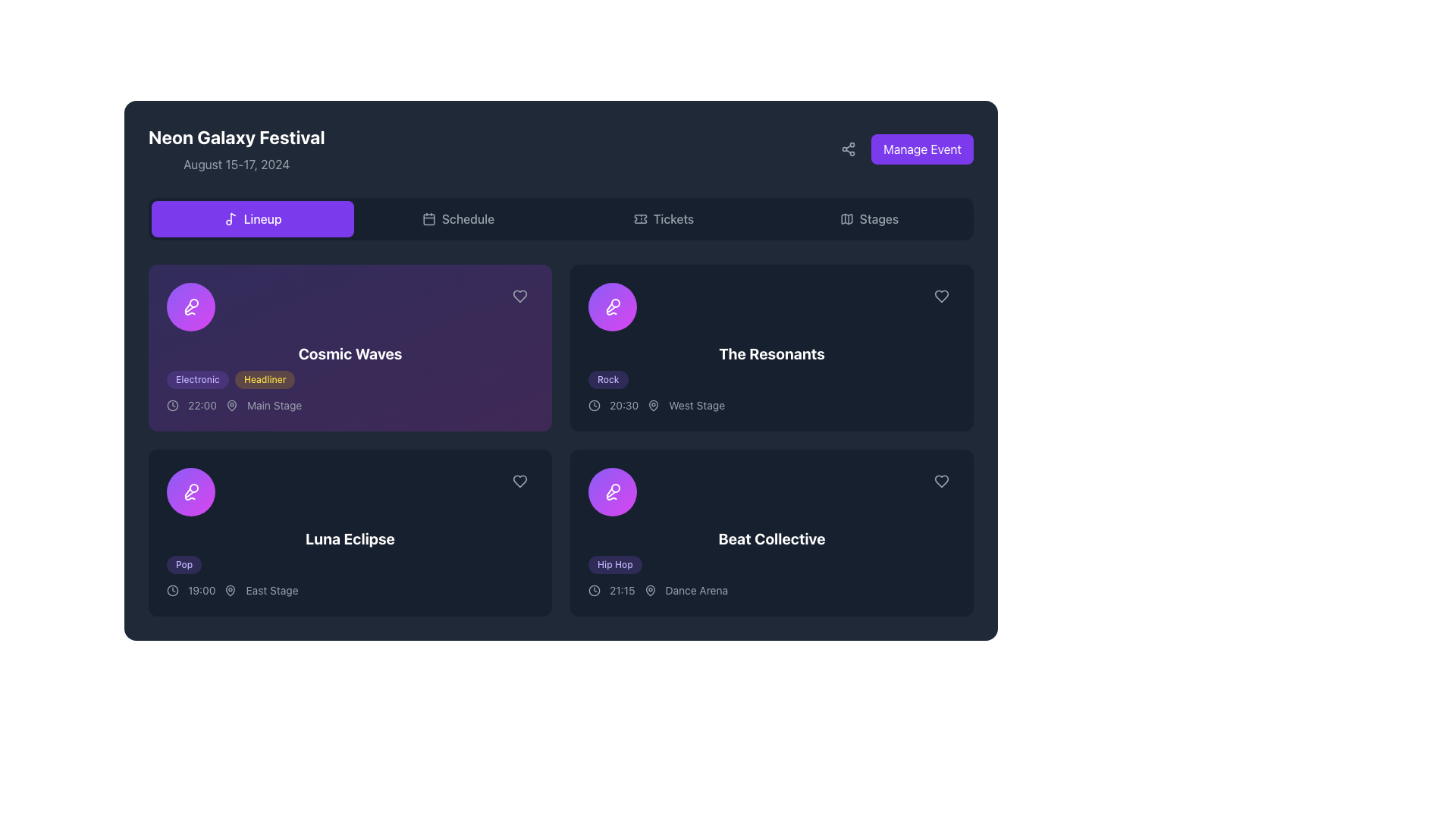 This screenshot has width=1456, height=819. What do you see at coordinates (612, 491) in the screenshot?
I see `the 'Beat Collective' icon located in the bottom right section of the panel, next to the text 'Beat Collective'` at bounding box center [612, 491].